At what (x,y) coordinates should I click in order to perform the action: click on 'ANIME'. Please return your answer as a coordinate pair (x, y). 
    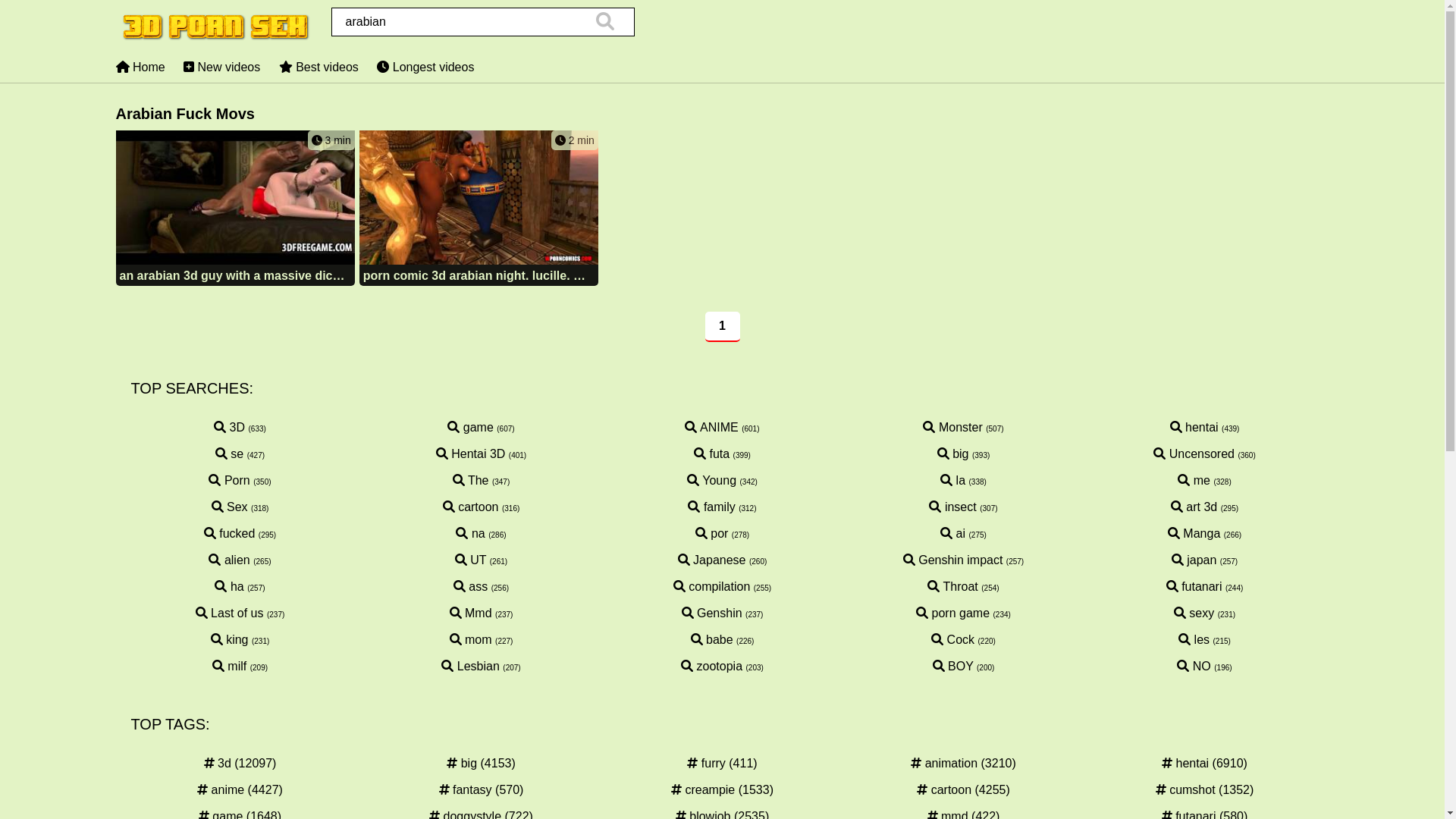
    Looking at the image, I should click on (710, 427).